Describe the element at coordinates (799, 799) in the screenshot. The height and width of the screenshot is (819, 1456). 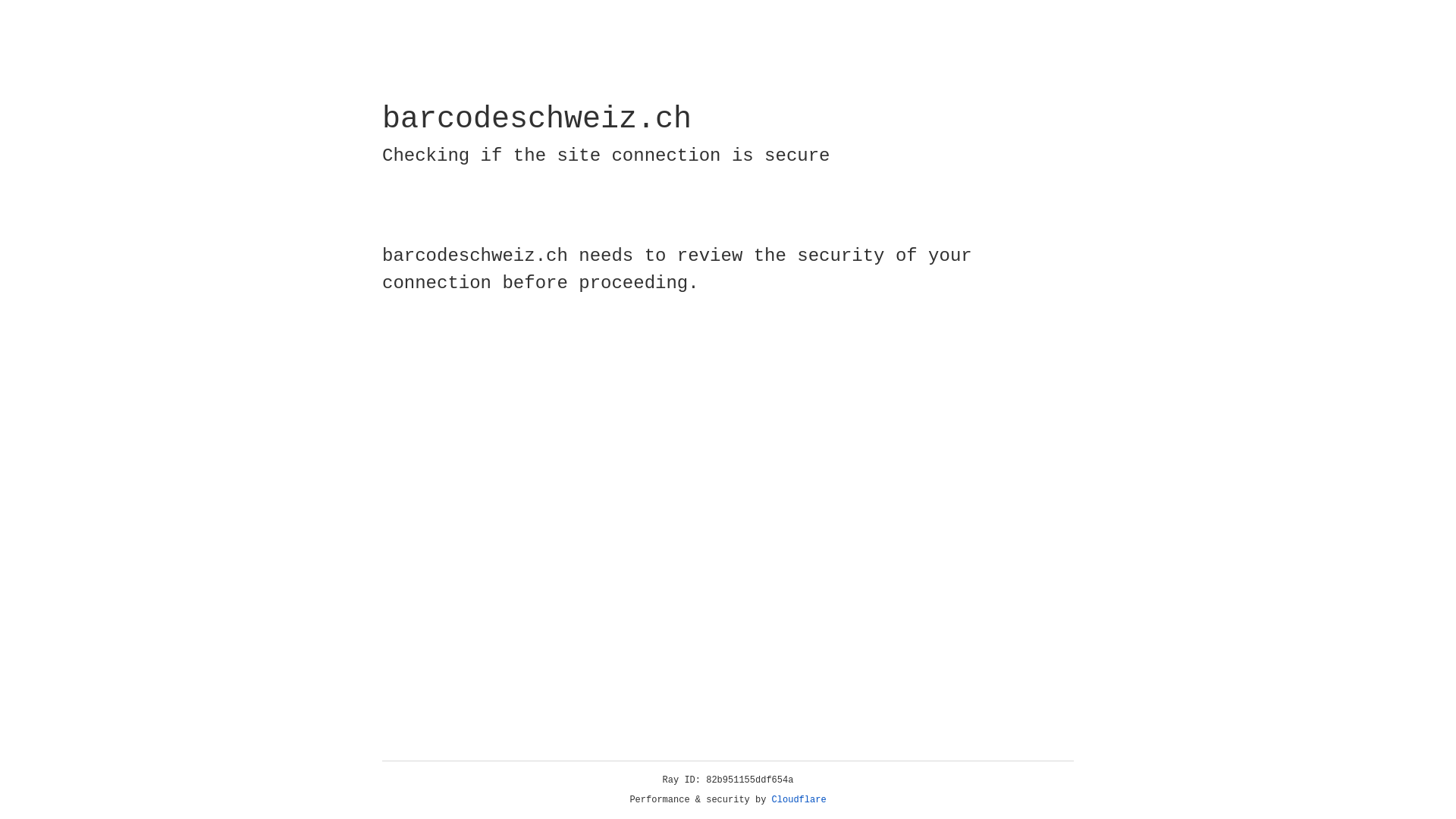
I see `'Cloudflare'` at that location.